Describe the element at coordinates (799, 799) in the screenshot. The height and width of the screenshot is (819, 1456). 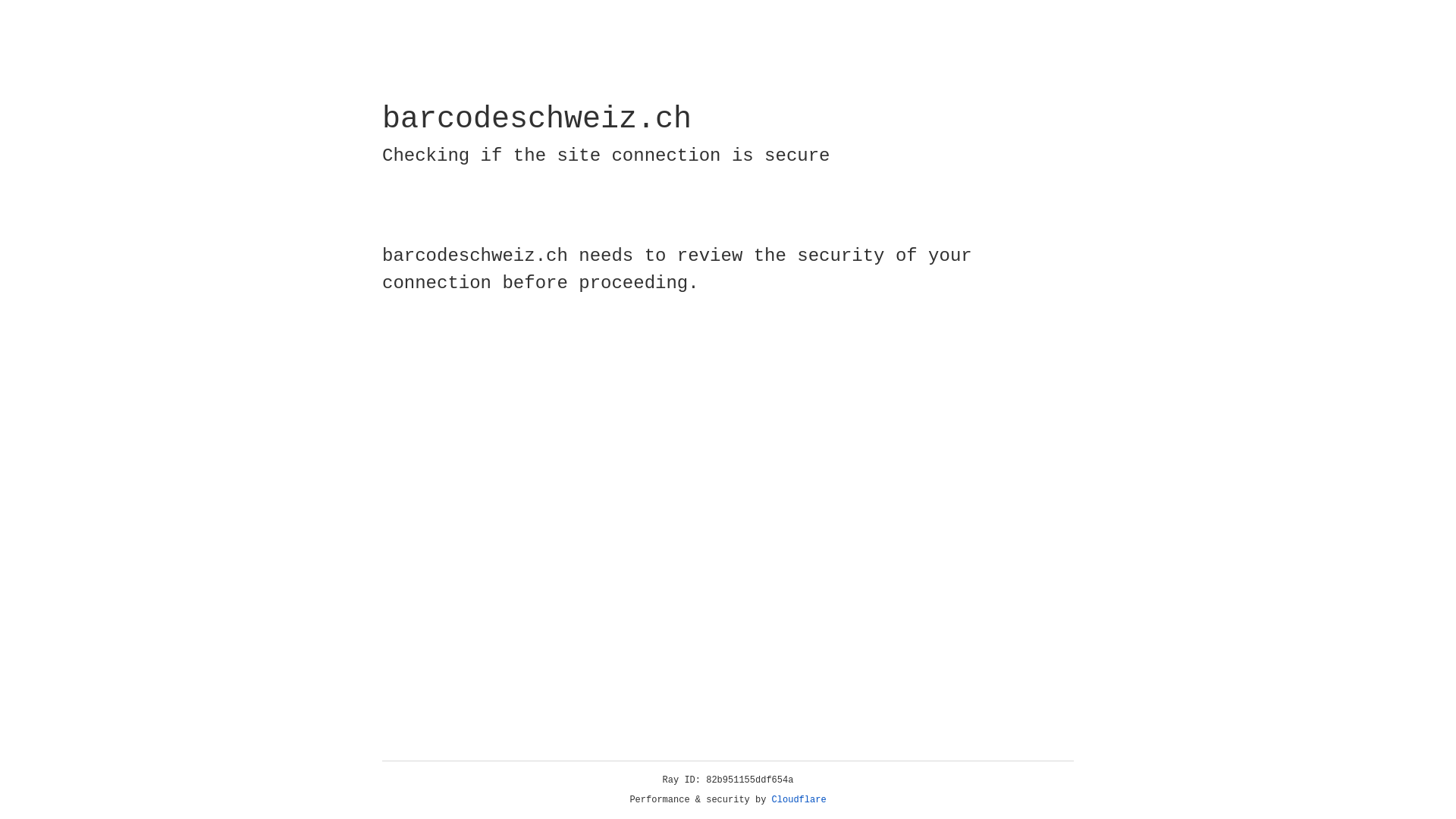
I see `'Cloudflare'` at that location.